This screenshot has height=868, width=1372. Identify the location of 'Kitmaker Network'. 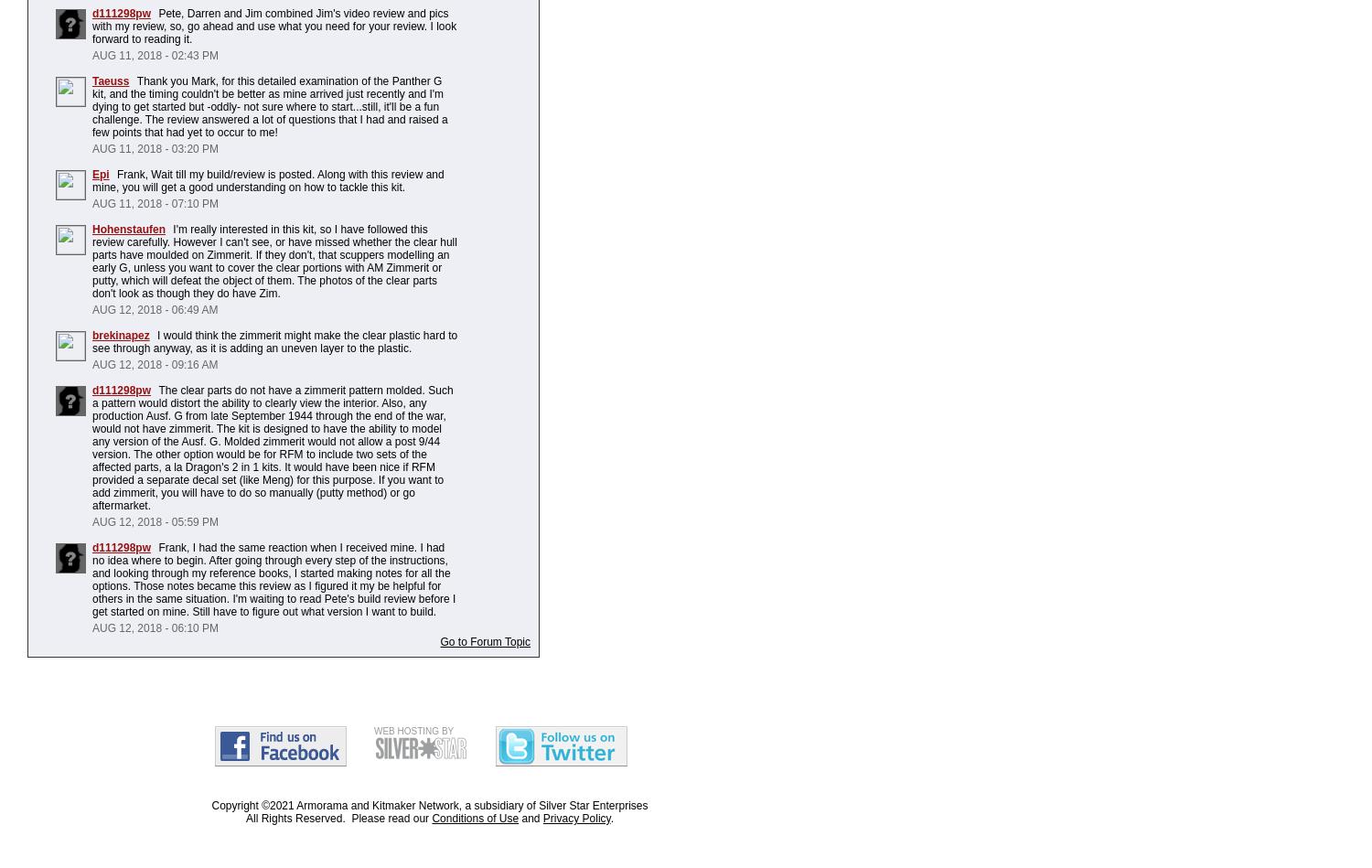
(414, 804).